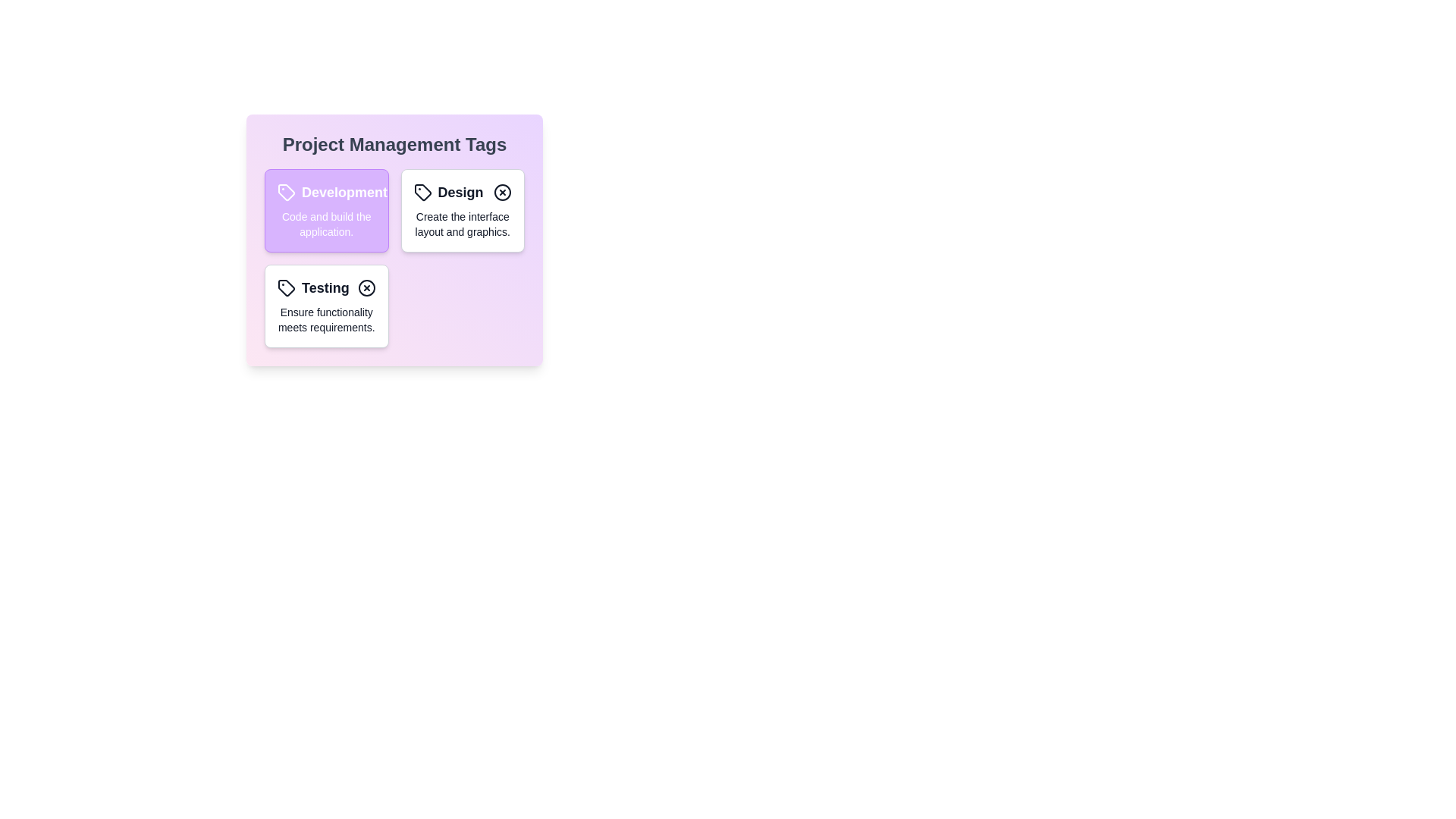 Image resolution: width=1456 pixels, height=819 pixels. Describe the element at coordinates (462, 192) in the screenshot. I see `the tag with the title Design` at that location.